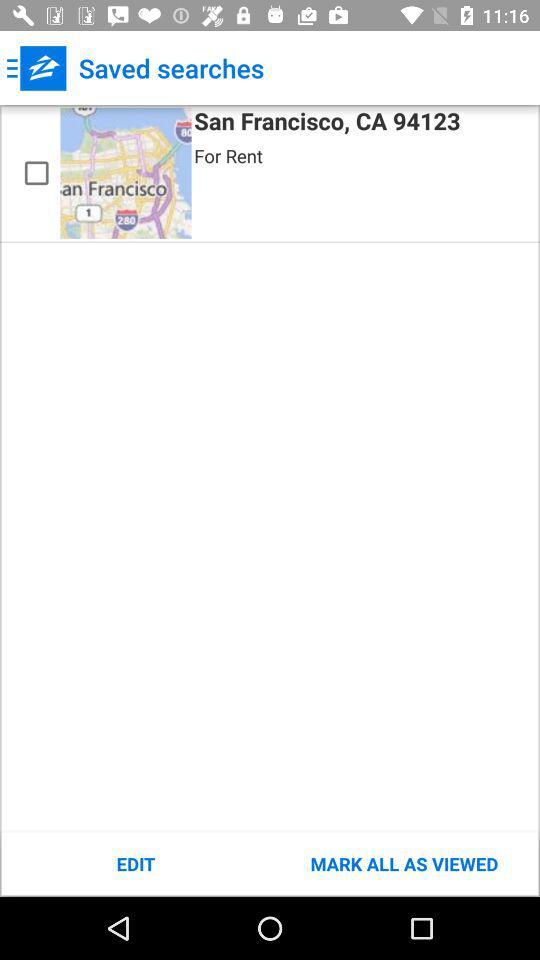 The width and height of the screenshot is (540, 960). Describe the element at coordinates (135, 863) in the screenshot. I see `icon at the bottom left corner` at that location.